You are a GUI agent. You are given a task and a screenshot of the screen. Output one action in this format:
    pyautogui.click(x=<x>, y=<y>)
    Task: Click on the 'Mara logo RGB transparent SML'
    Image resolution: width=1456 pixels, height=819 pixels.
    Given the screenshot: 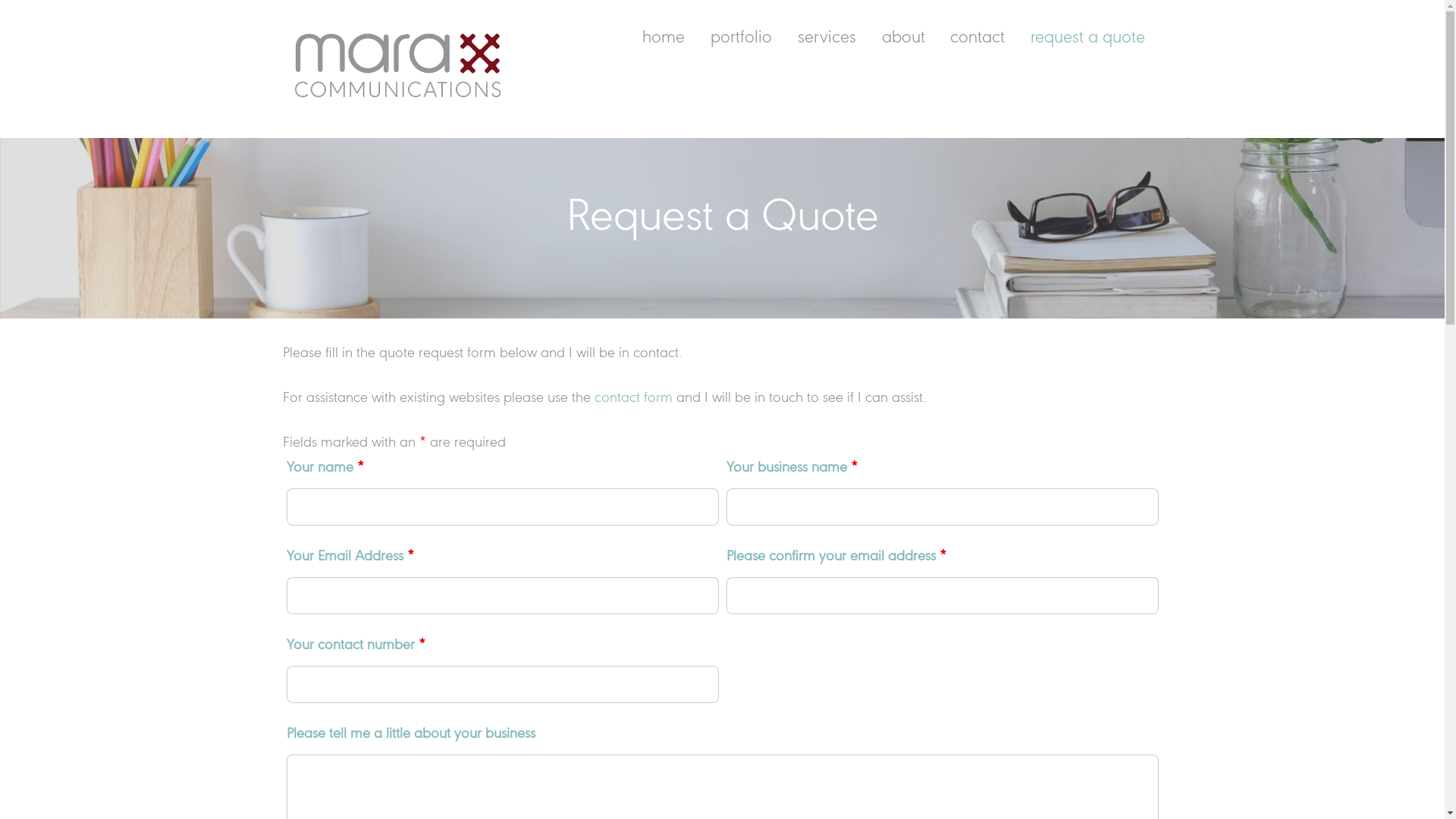 What is the action you would take?
    pyautogui.click(x=396, y=63)
    